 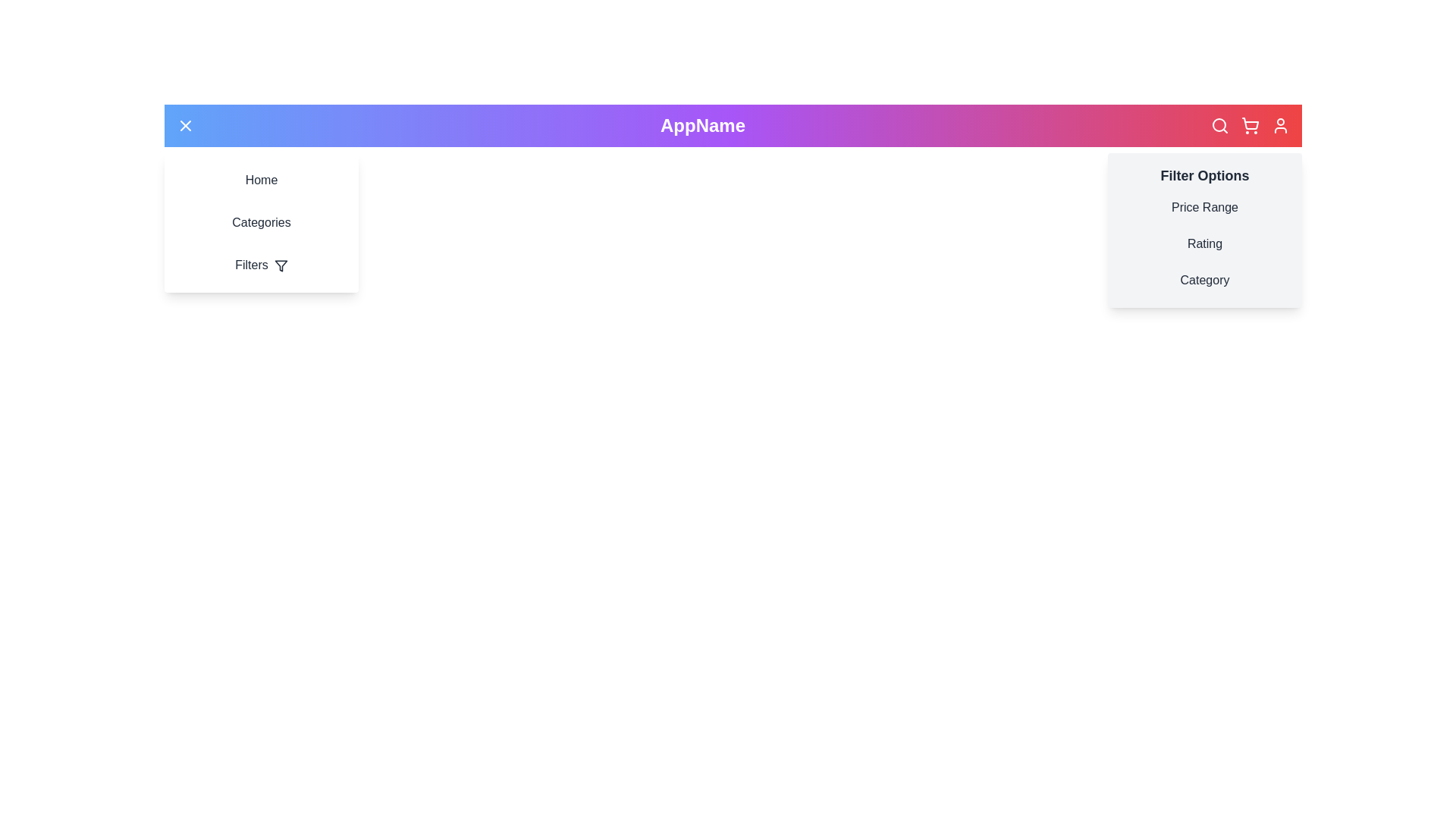 I want to click on the 'Price Range' button, which is a rectangular button with rounded corners, located within the 'Filter Options' section in the top right corner of the interface, so click(x=1203, y=207).